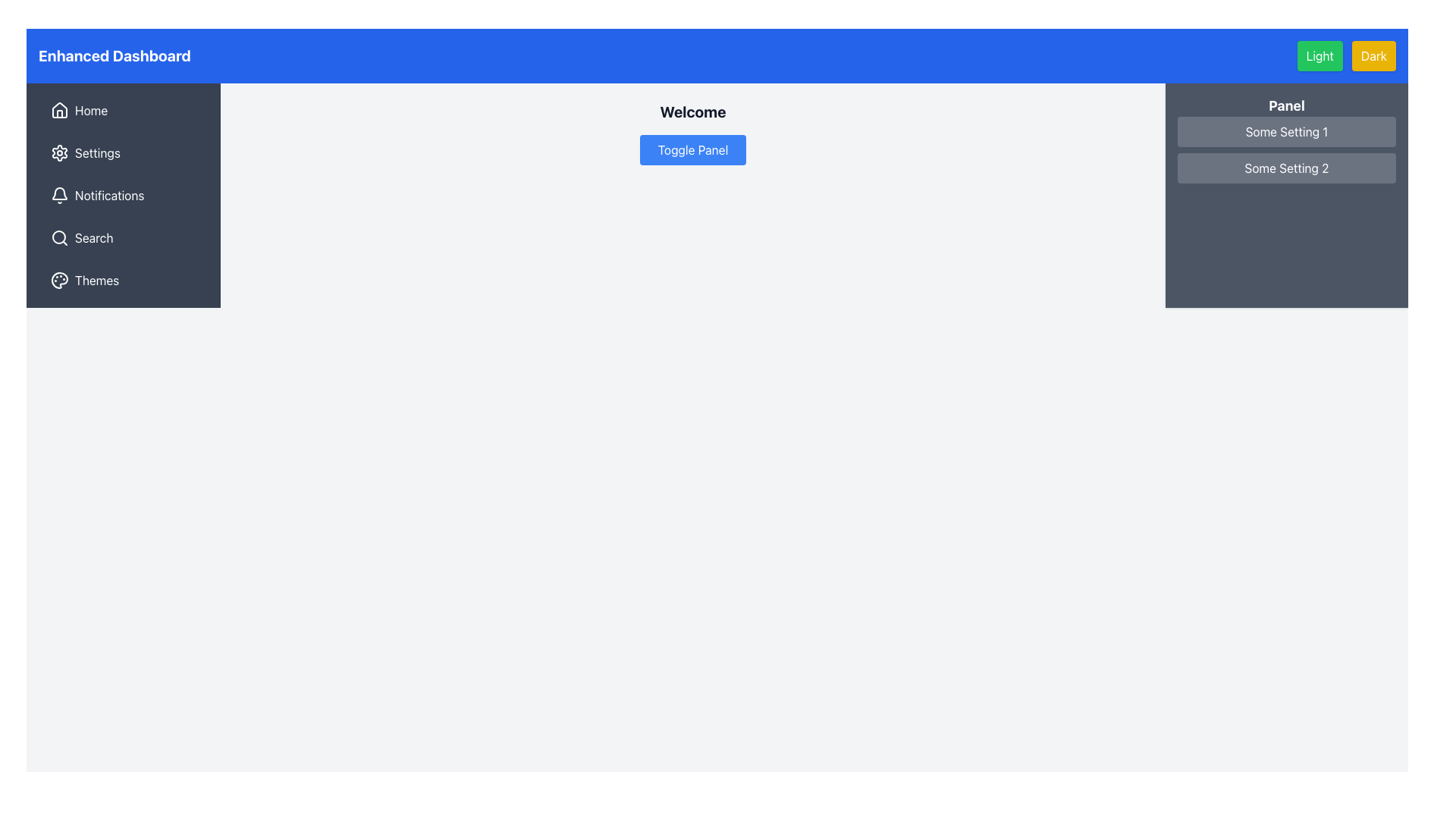 The image size is (1456, 819). I want to click on the palette icon located at the bottom of the left-hand side panel, so click(59, 281).